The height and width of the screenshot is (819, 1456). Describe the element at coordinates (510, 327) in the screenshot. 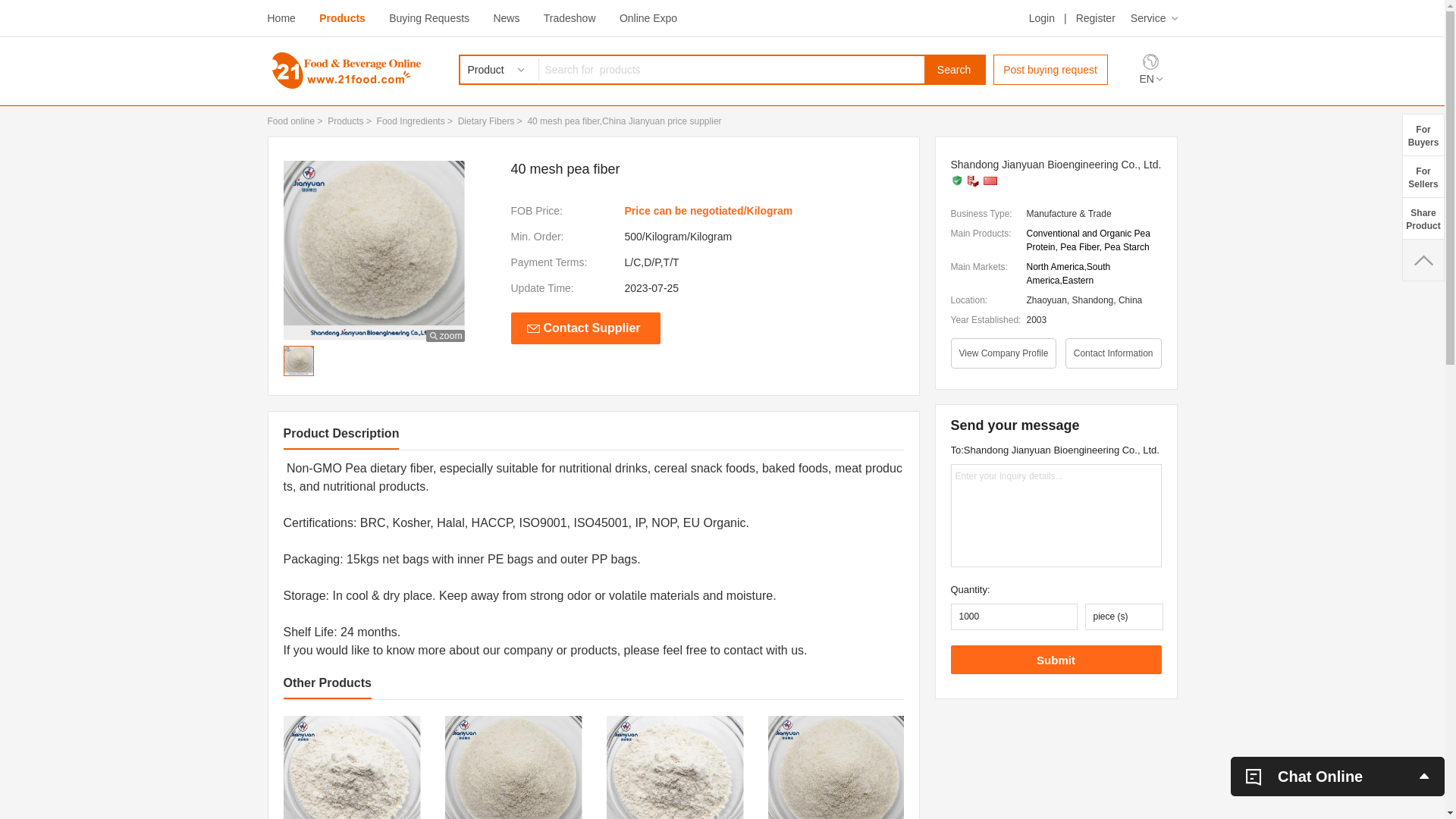

I see `'Contact Supplier'` at that location.